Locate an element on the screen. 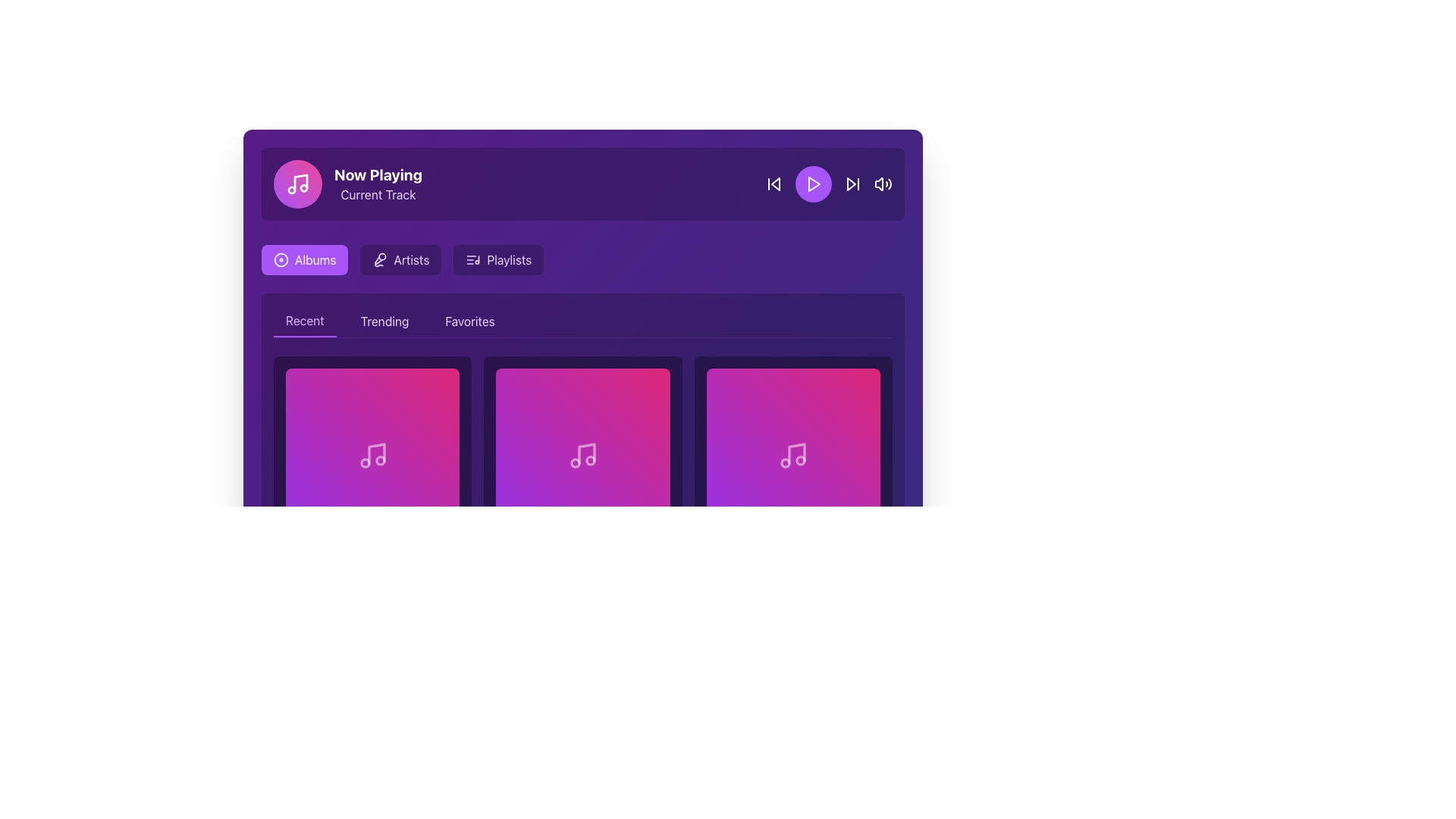 The image size is (1456, 819). the circular purple button with a white triangular play icon, which is the third item in a horizontal row of controls at the top right of the interface is located at coordinates (813, 184).